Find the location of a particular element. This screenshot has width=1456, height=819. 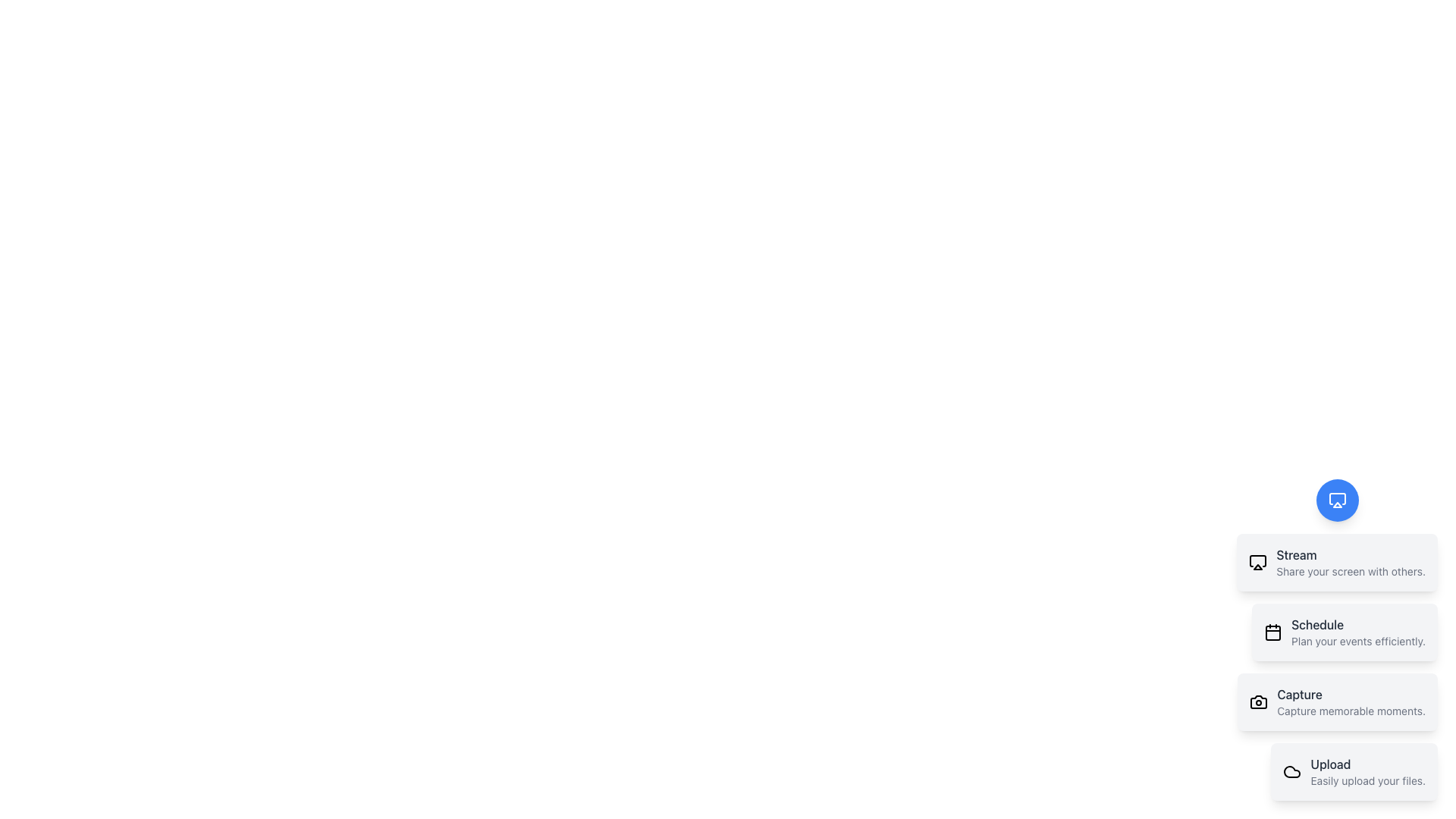

descriptive Text Label associated with the 'Upload' feature, which is the bottom-aligned text located underneath the main 'Upload' text in a vertical list is located at coordinates (1368, 780).